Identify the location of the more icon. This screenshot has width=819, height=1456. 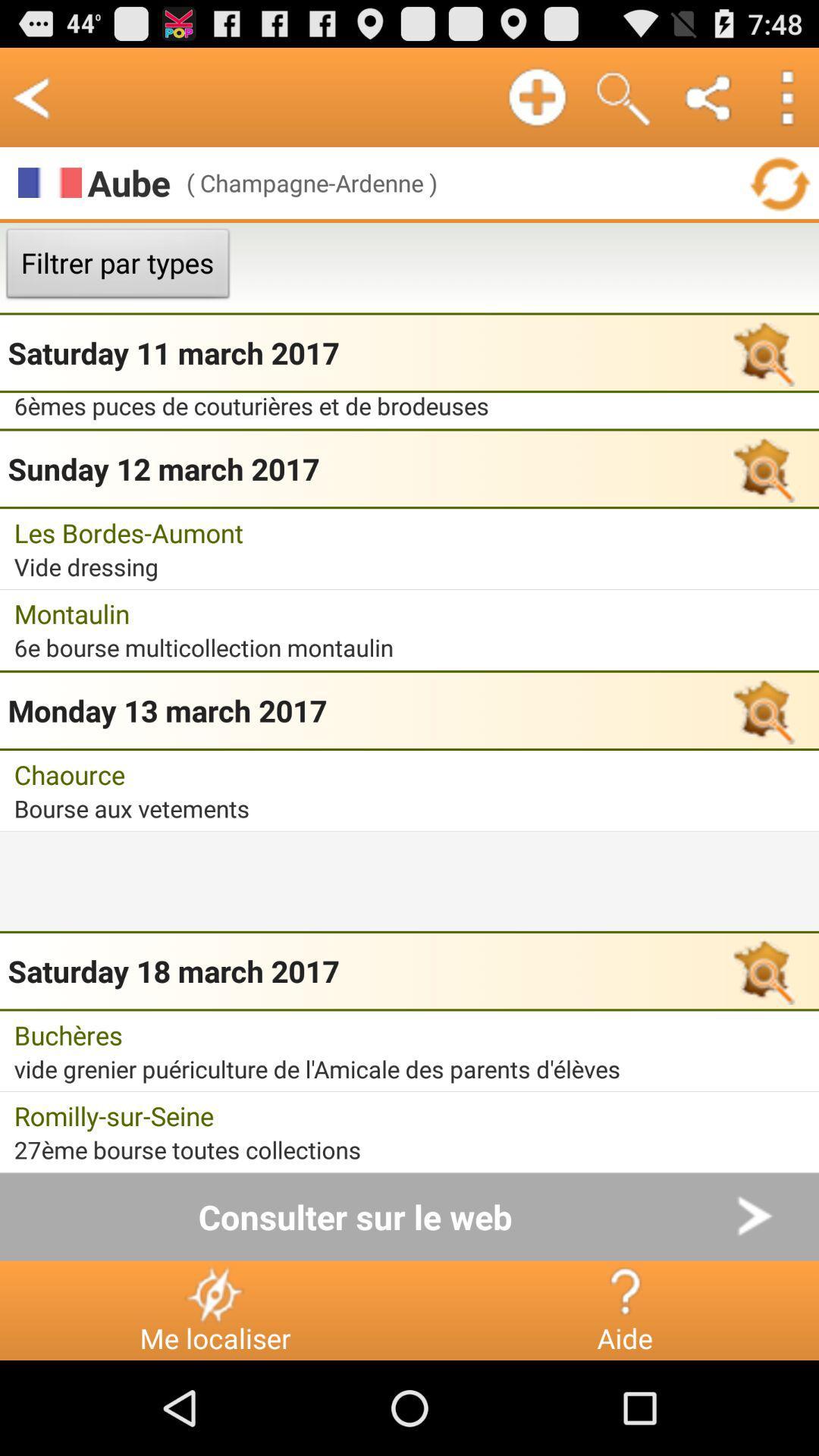
(786, 103).